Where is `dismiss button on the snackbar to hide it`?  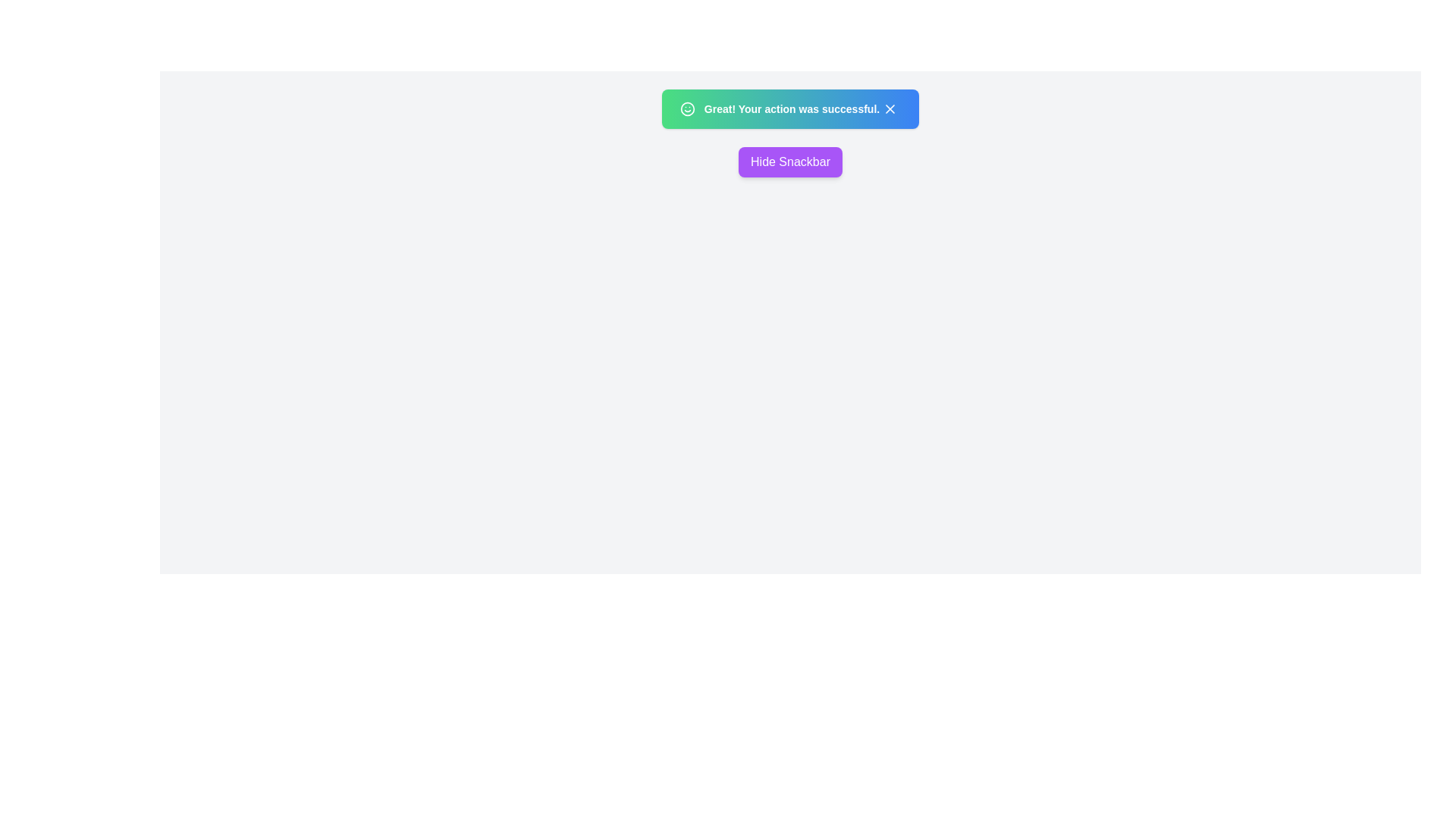
dismiss button on the snackbar to hide it is located at coordinates (890, 108).